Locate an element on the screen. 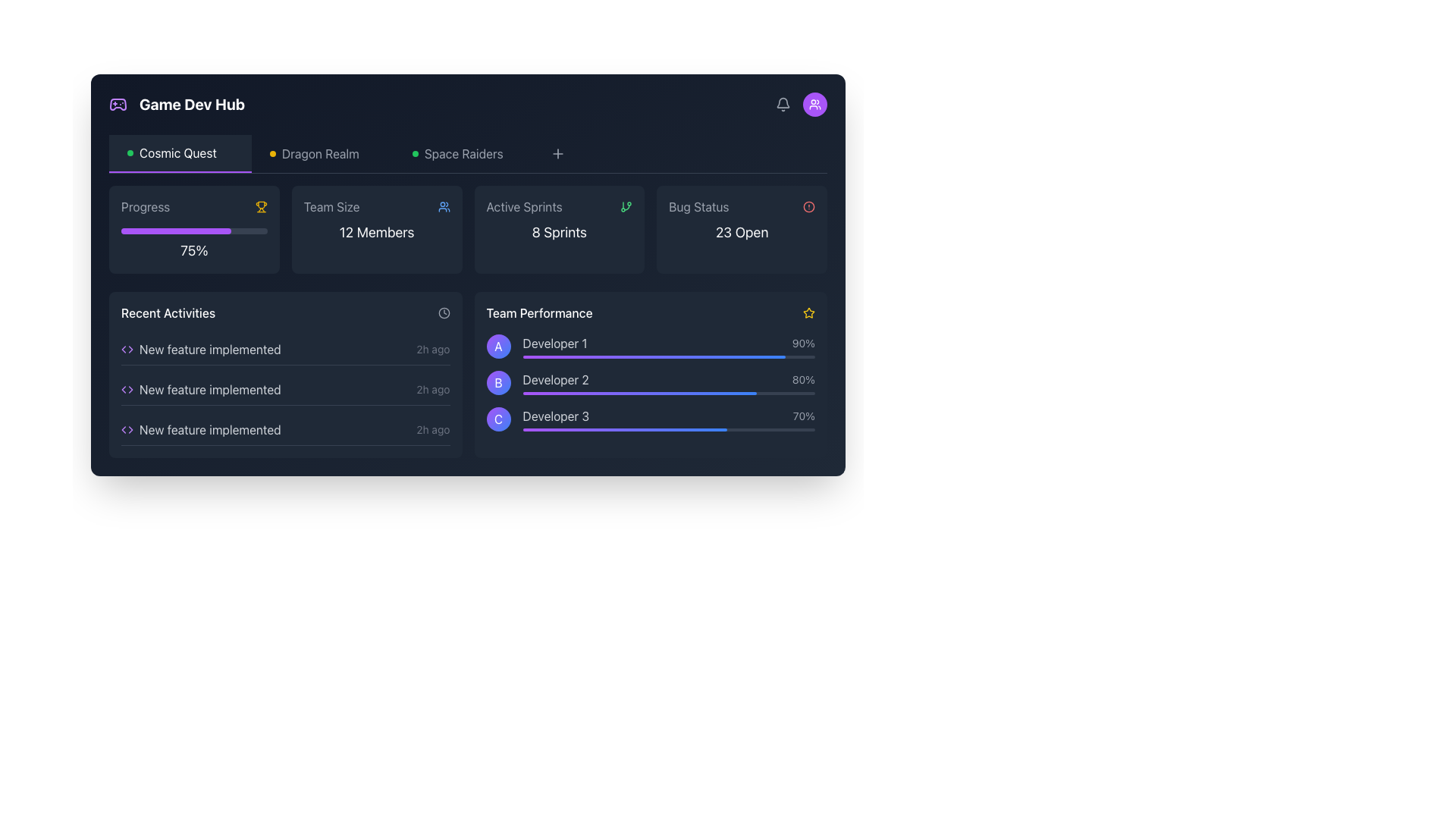 The image size is (1456, 819). text content of the topmost entry in the 'Recent Activities' section, which indicates the implementation of a new feature, located to the left of a timestamp reading '2h ago' is located at coordinates (200, 350).